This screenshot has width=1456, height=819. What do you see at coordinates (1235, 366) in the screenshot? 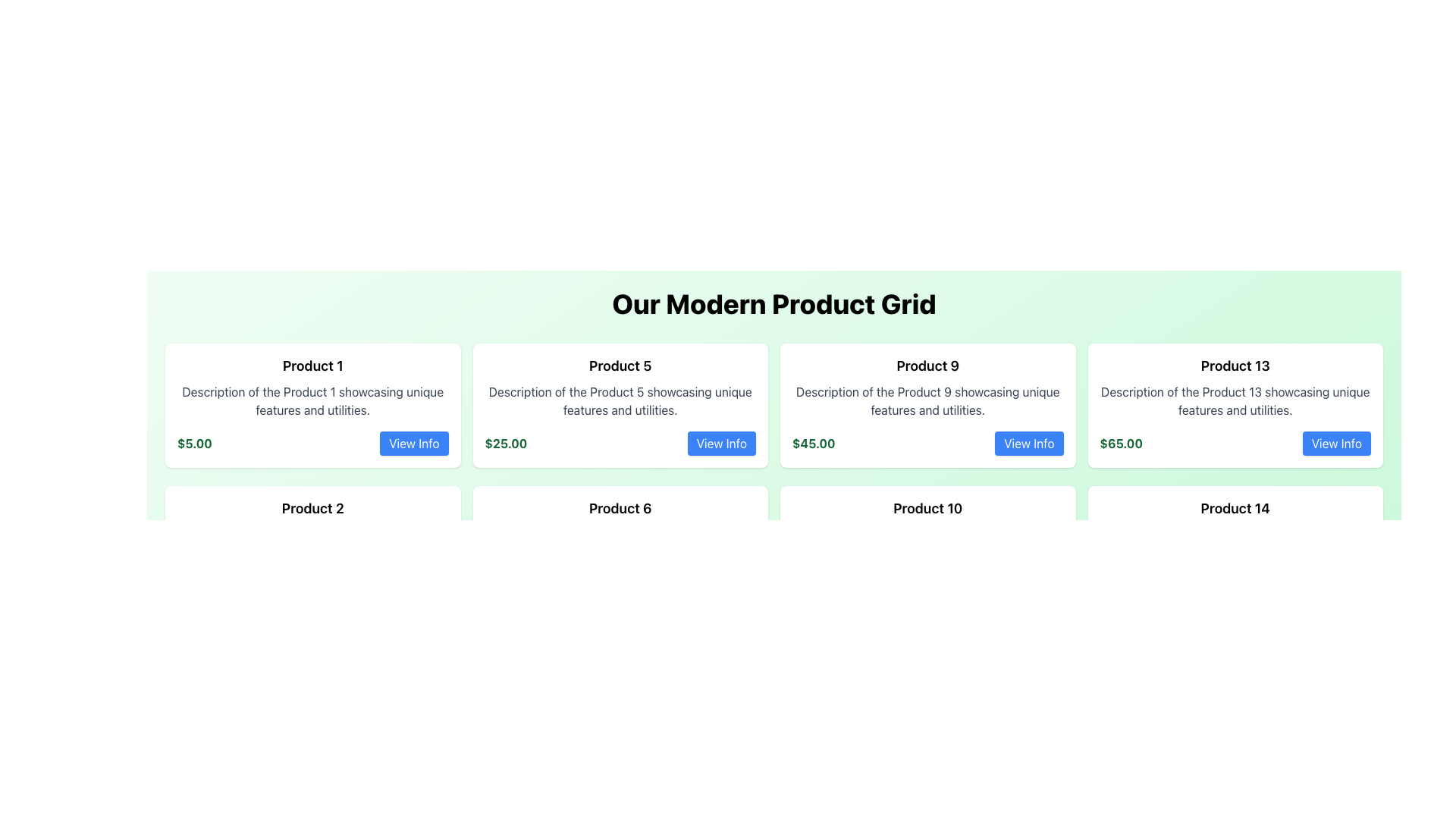
I see `the text label displaying the product title located in the top row and fourth column of the grid layout, above the product description and to the left of the price label` at bounding box center [1235, 366].